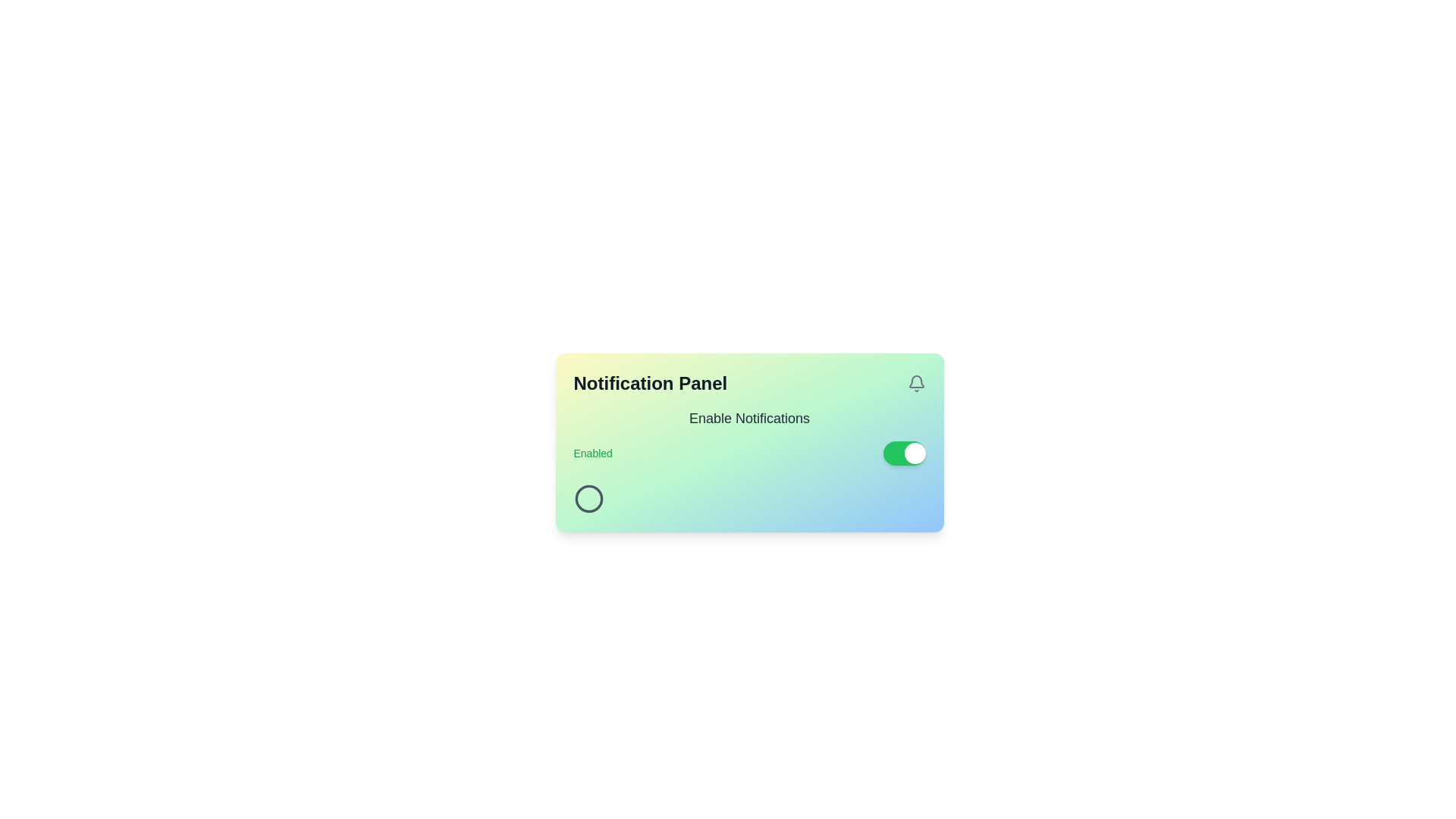  Describe the element at coordinates (749, 418) in the screenshot. I see `the 'Enable Notifications' label, which is a bold, large dark gray text displayed centrally beneath the 'Notification Panel.'` at that location.